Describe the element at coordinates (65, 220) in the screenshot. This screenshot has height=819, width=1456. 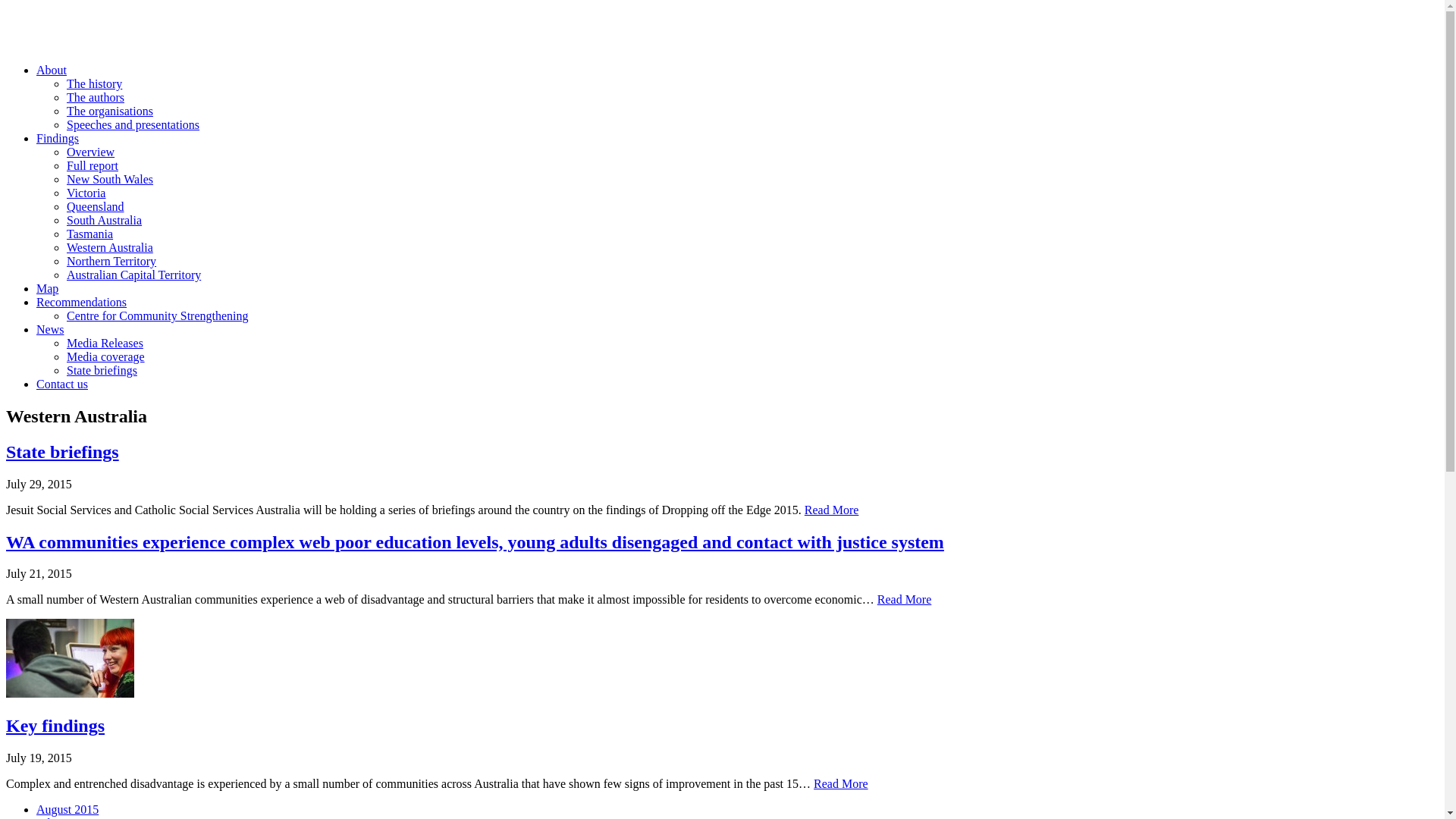
I see `'South Australia'` at that location.